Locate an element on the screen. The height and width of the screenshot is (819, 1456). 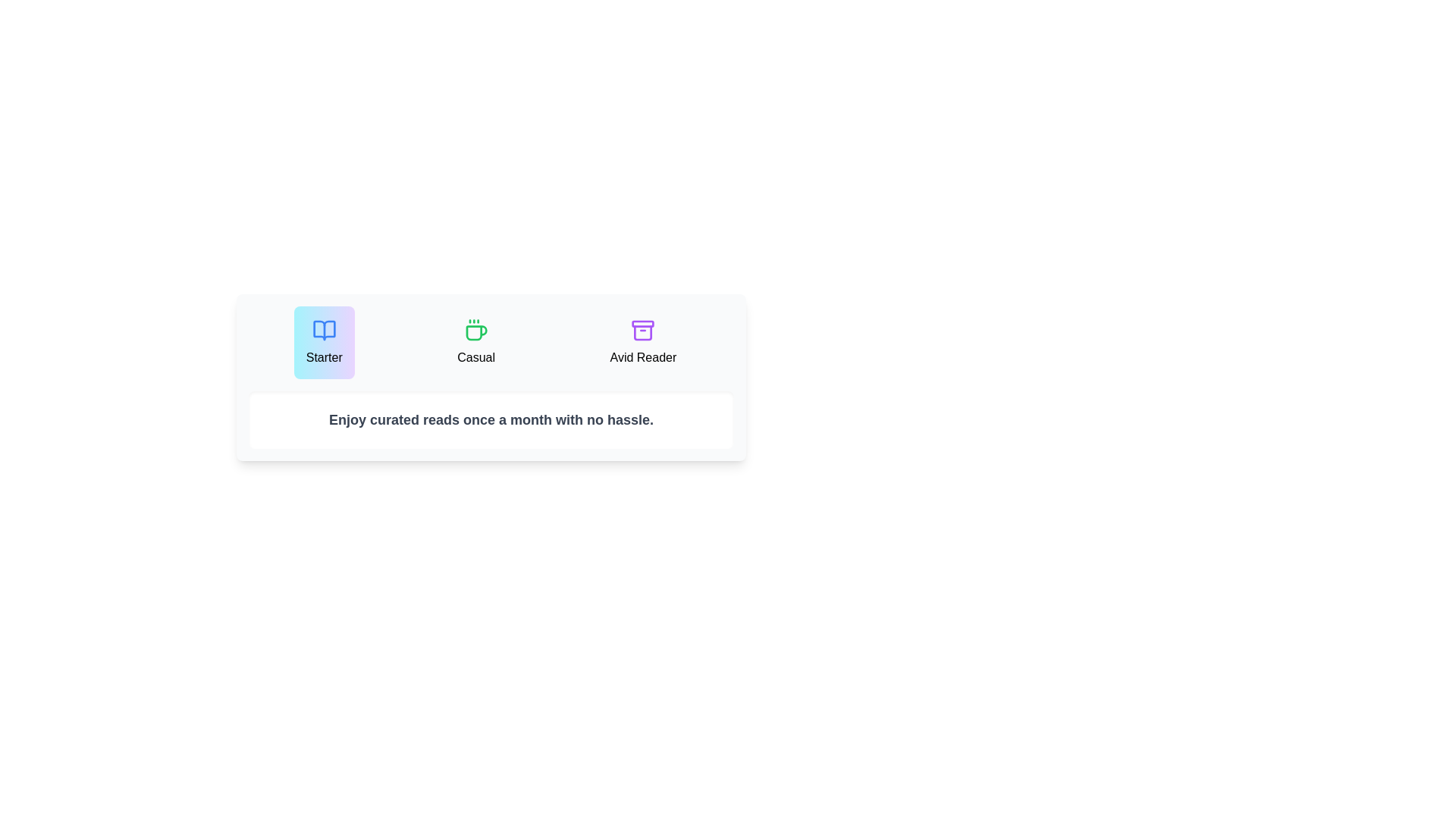
the Casual button to select the corresponding subscription plan is located at coordinates (475, 342).